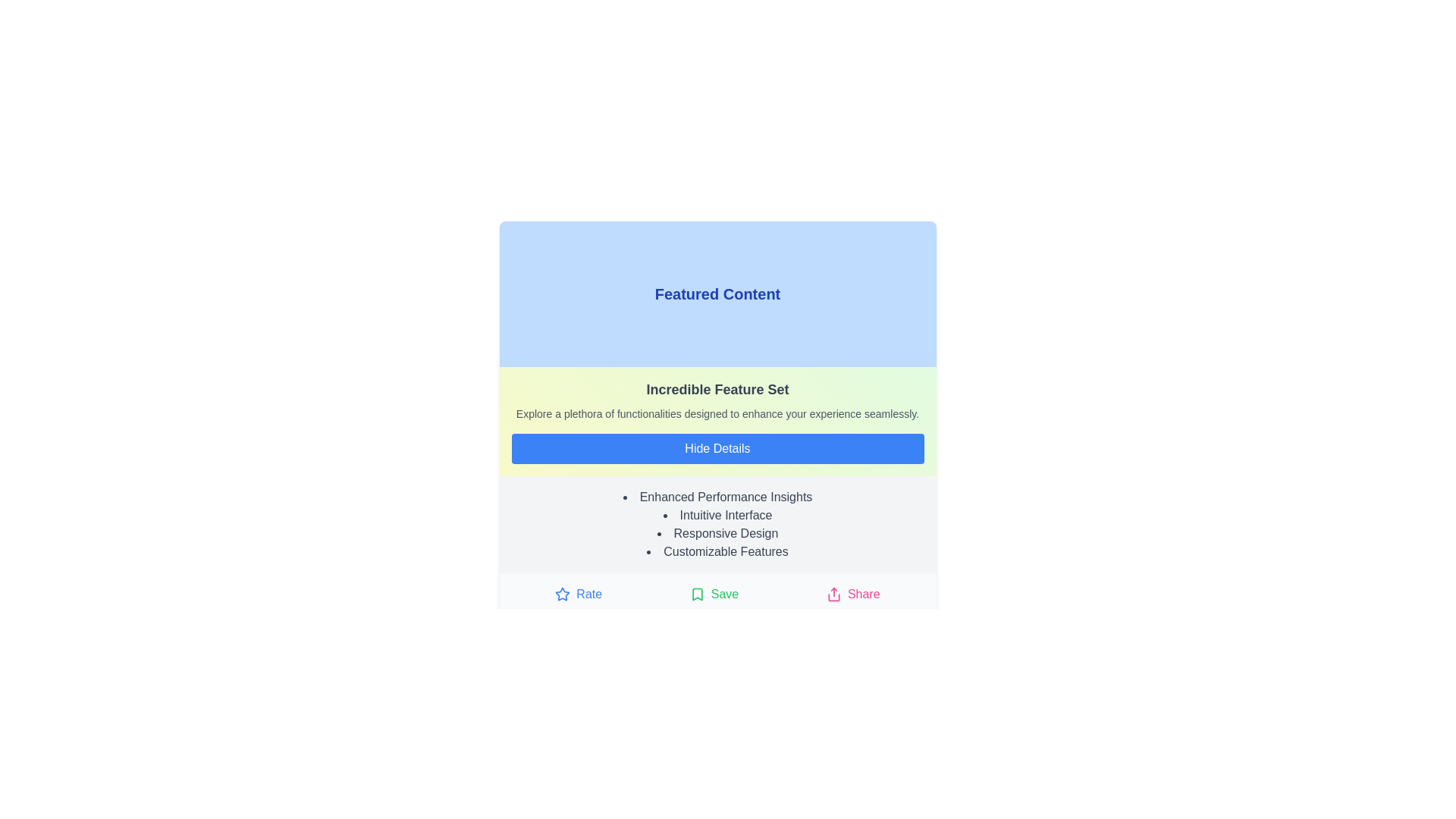  Describe the element at coordinates (717, 414) in the screenshot. I see `the Text Label displaying 'Explore a plethora of functionalities designed to enhance your experience seamlessly.' which is located beneath the title 'Incredible Feature Set' and above the button labeled 'Hide Details'` at that location.